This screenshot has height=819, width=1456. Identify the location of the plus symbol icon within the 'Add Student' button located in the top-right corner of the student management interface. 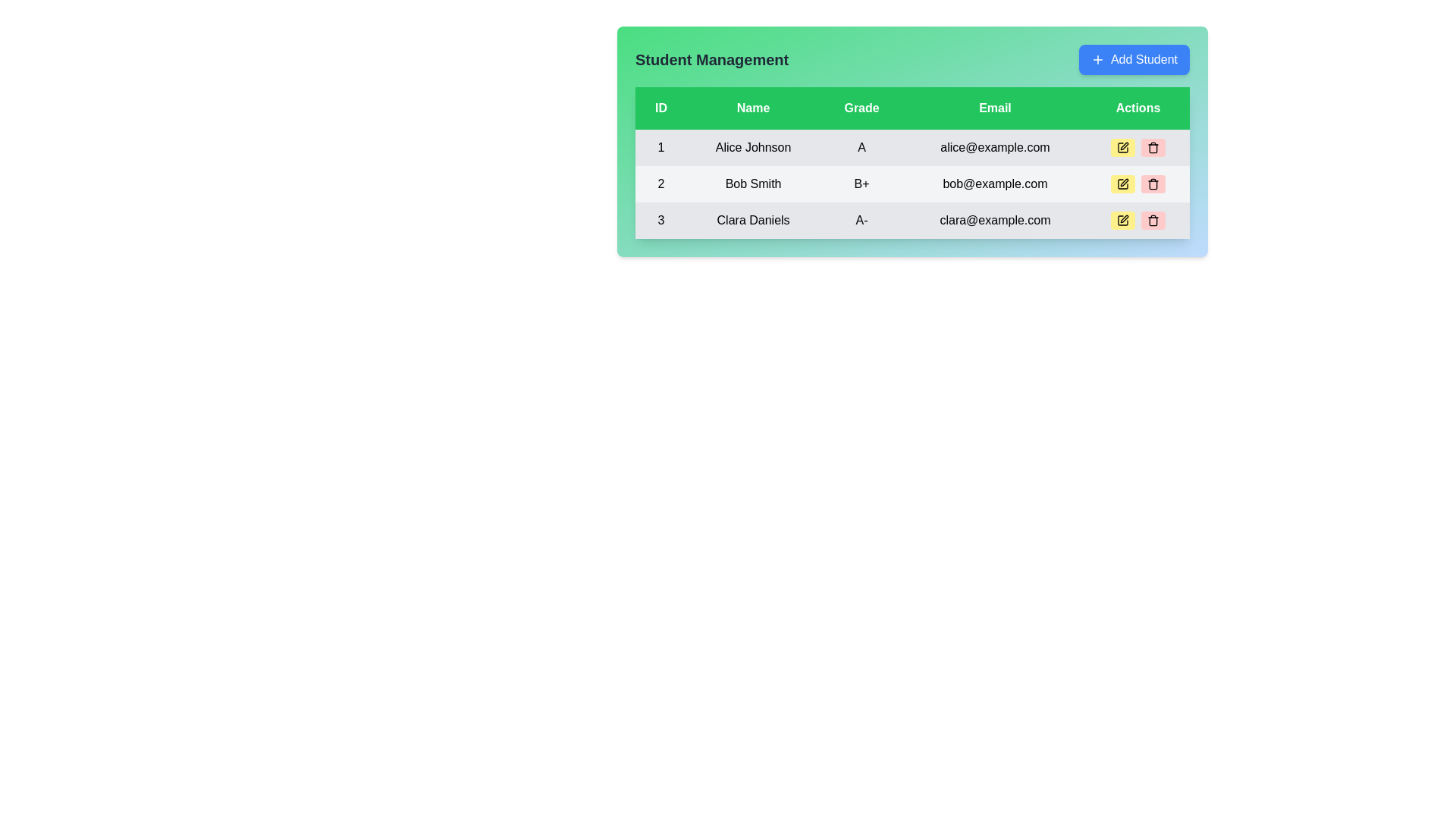
(1097, 58).